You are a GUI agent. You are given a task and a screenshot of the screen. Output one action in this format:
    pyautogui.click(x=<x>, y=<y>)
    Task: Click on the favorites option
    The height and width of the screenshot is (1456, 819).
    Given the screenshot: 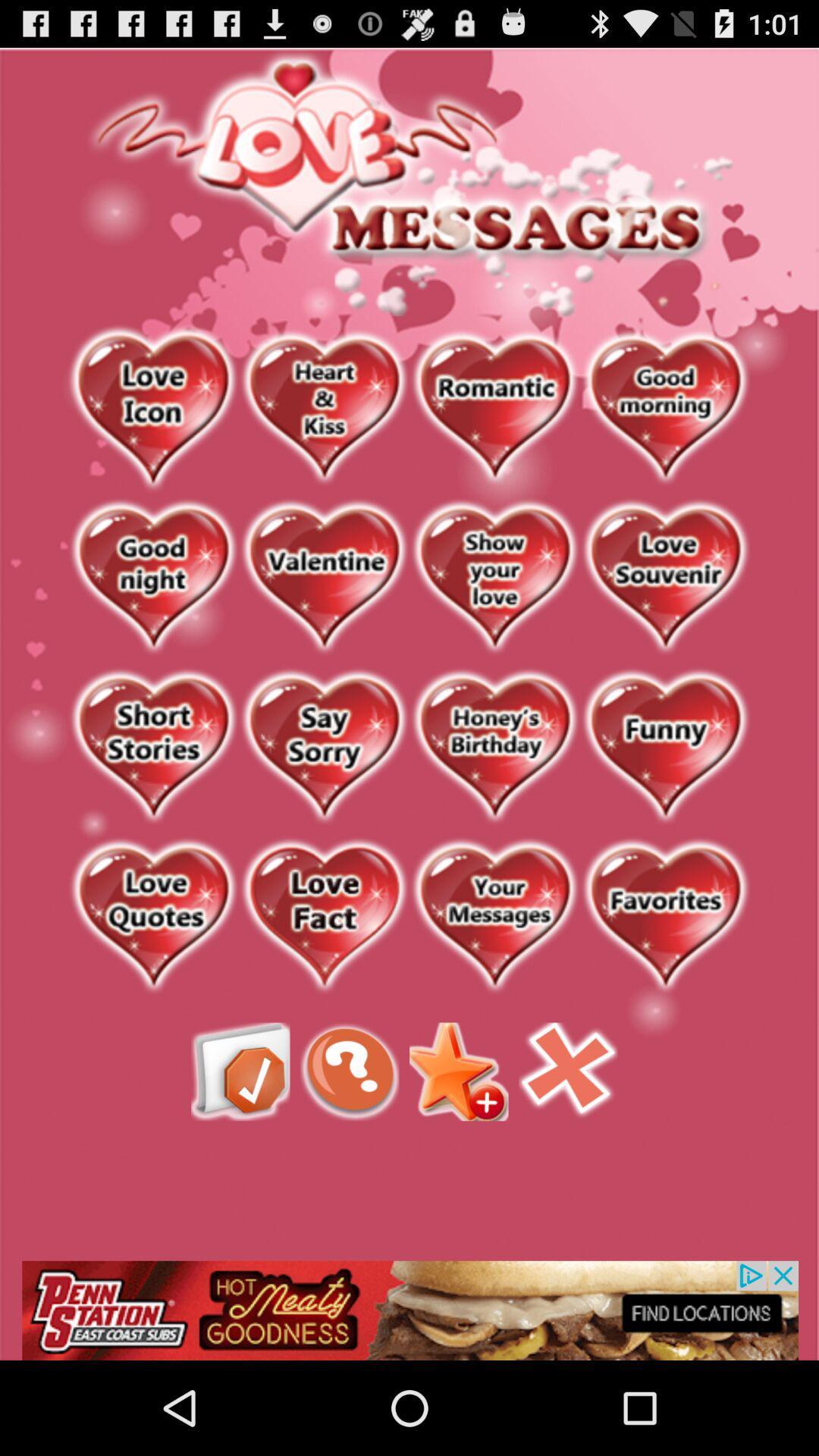 What is the action you would take?
    pyautogui.click(x=664, y=916)
    